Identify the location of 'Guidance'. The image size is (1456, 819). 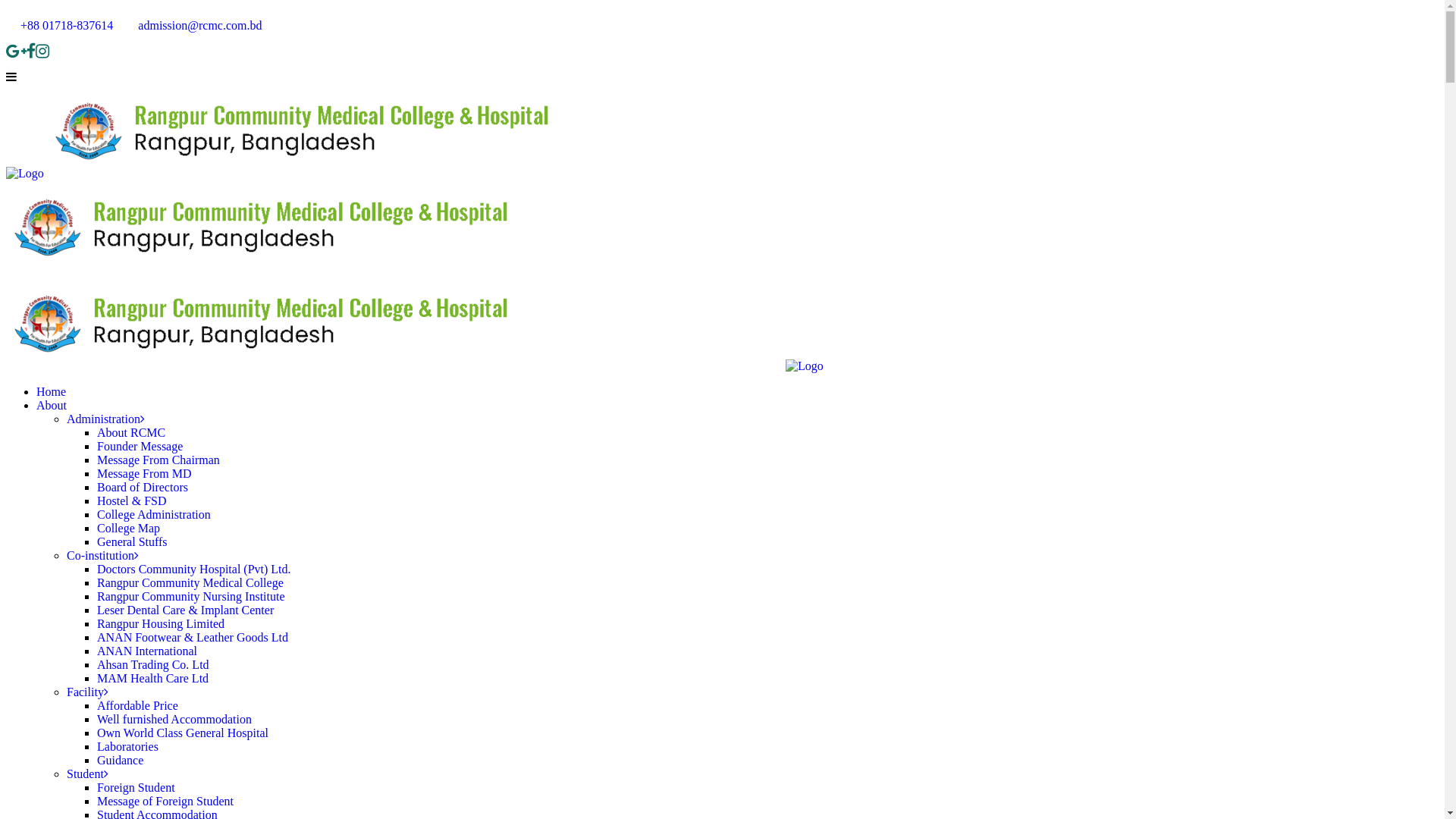
(119, 760).